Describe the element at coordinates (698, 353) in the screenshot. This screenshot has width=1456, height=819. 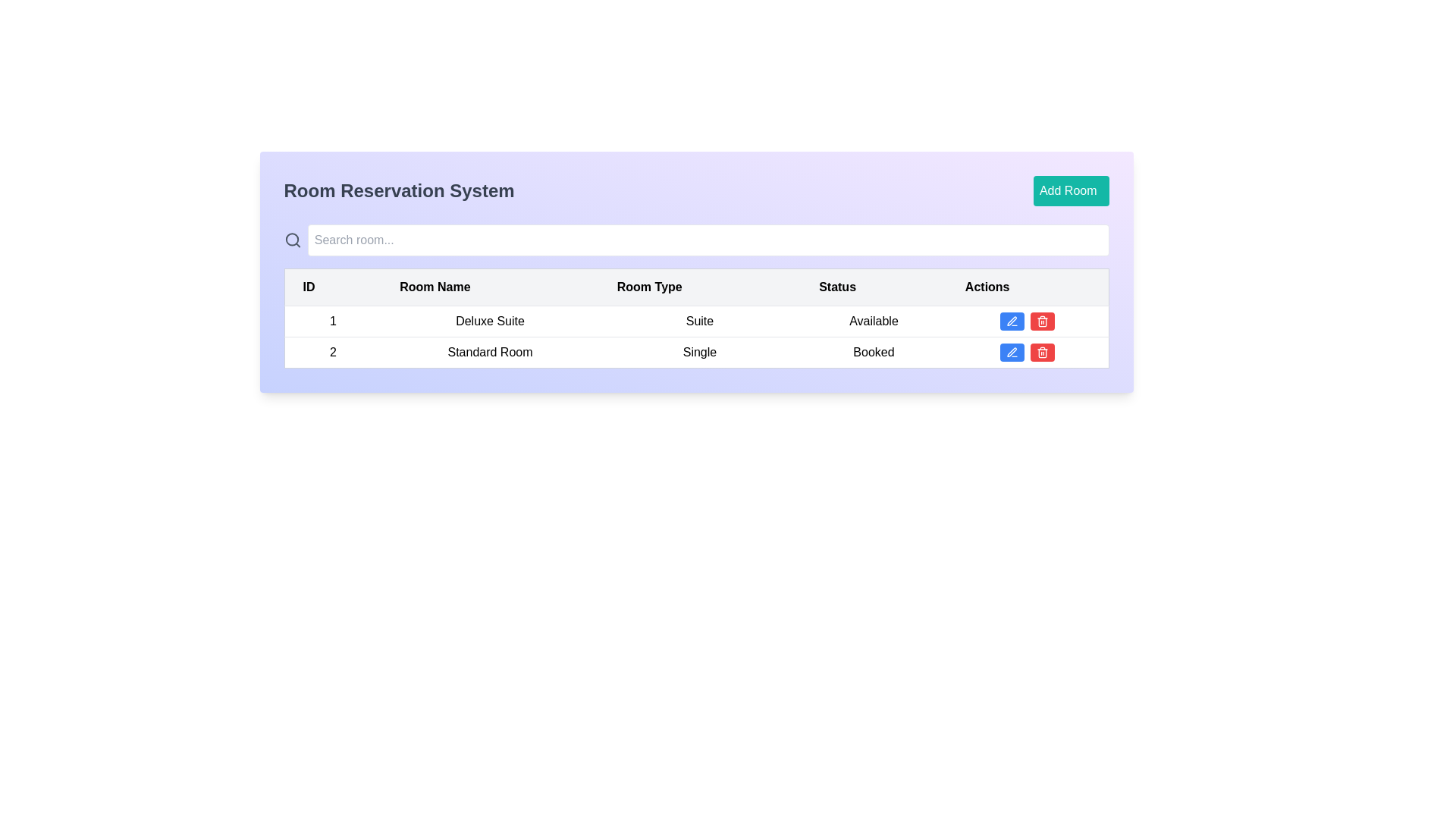
I see `the text label displaying 'Single', which is styled with padding, center-aligned, and located under the 'Room Type' column corresponding to 'Standard Room'` at that location.